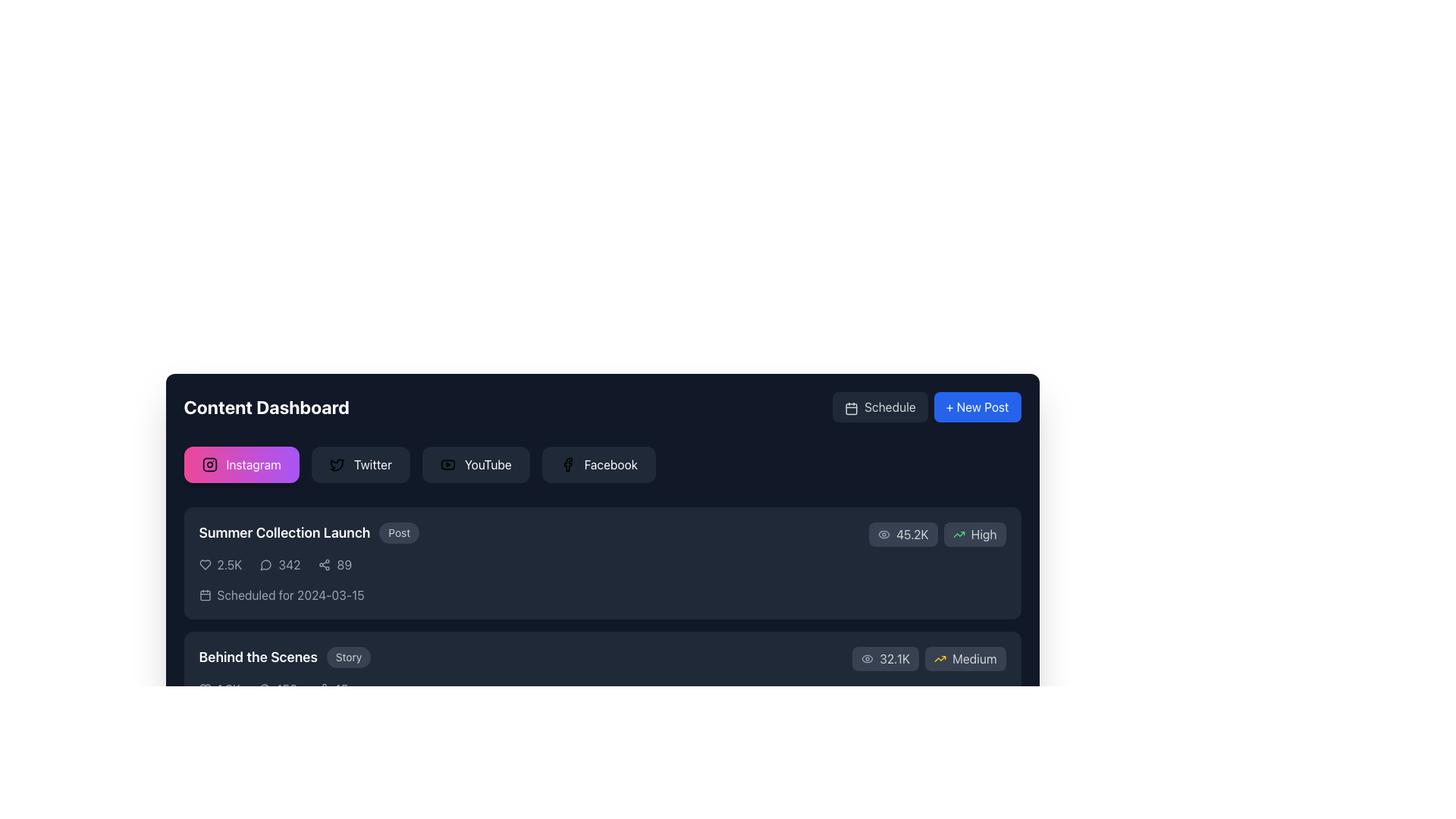 The height and width of the screenshot is (819, 1456). What do you see at coordinates (348, 657) in the screenshot?
I see `the label or tag UI element that categorizes an item as 'Story', which is located on the right side of the sibling element that contains the text 'Behind the Scenes'` at bounding box center [348, 657].